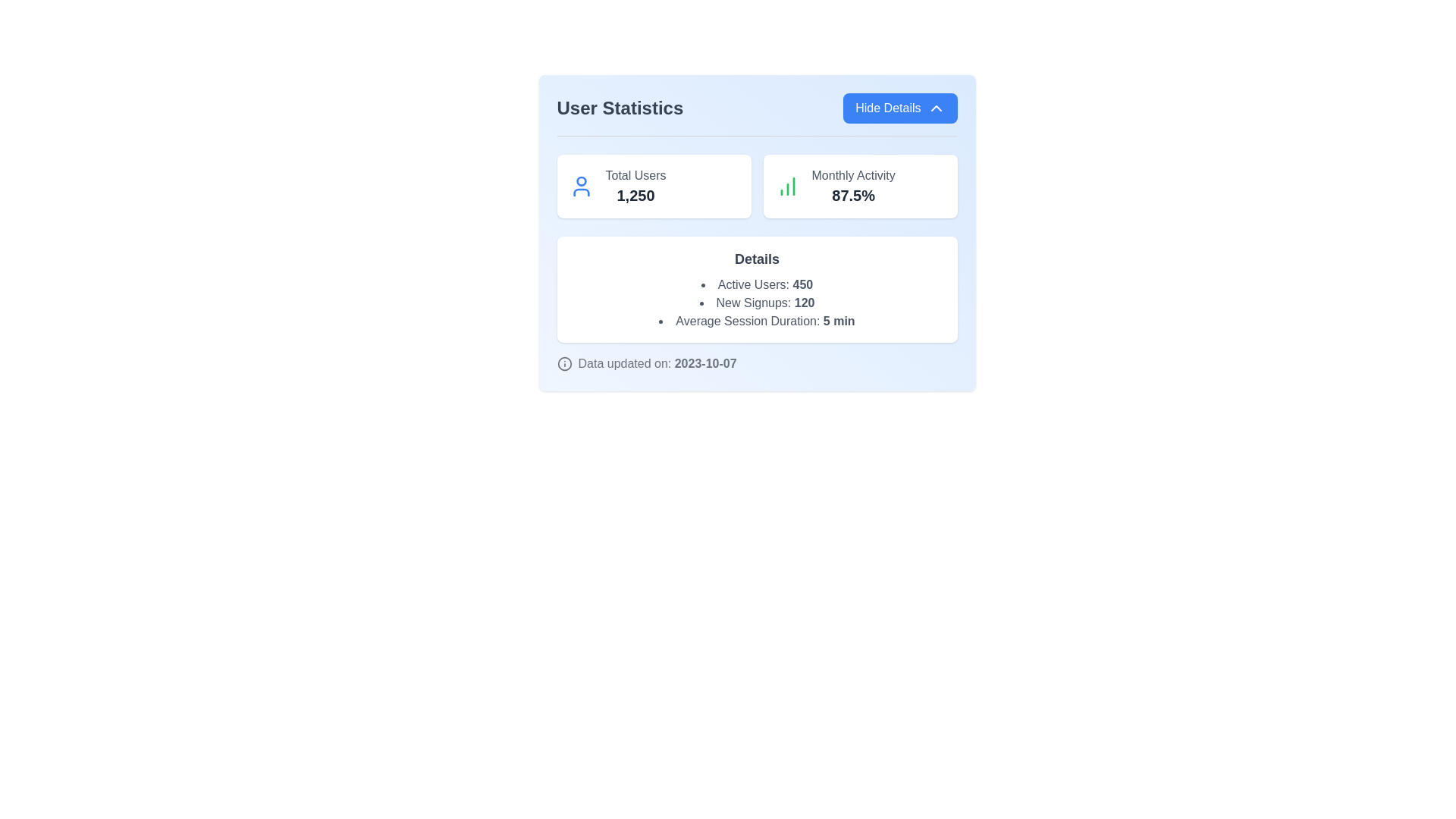  What do you see at coordinates (757, 284) in the screenshot?
I see `text 'Active Users: 450', which is the first list item in the 'Details' section of the UI, presented in a darker shade against the background` at bounding box center [757, 284].